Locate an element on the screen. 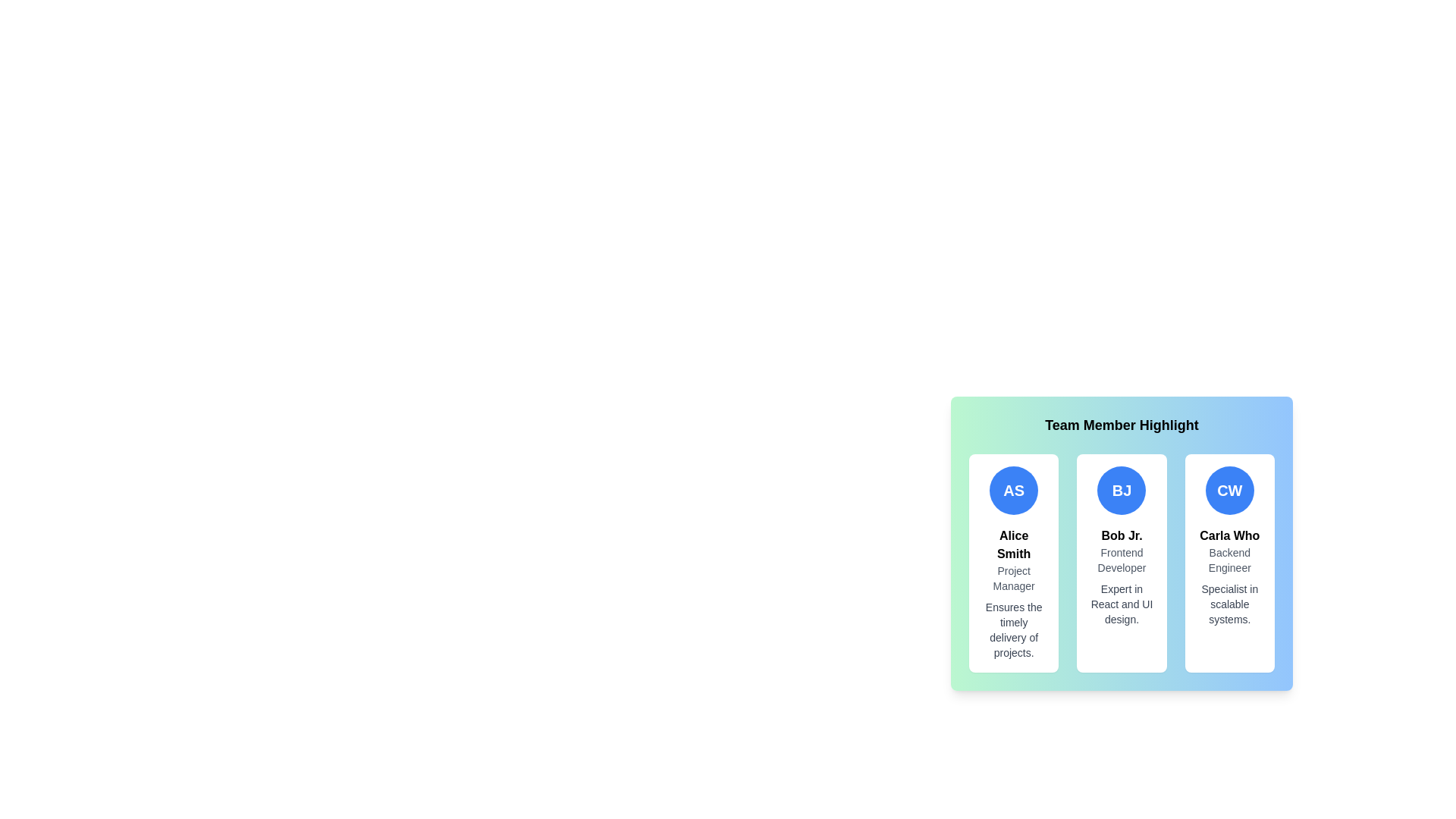 This screenshot has width=1456, height=819. the third card in the grid layout, which has a rounded white background and displays 'Carla Who' along with its initials 'CW' is located at coordinates (1229, 563).